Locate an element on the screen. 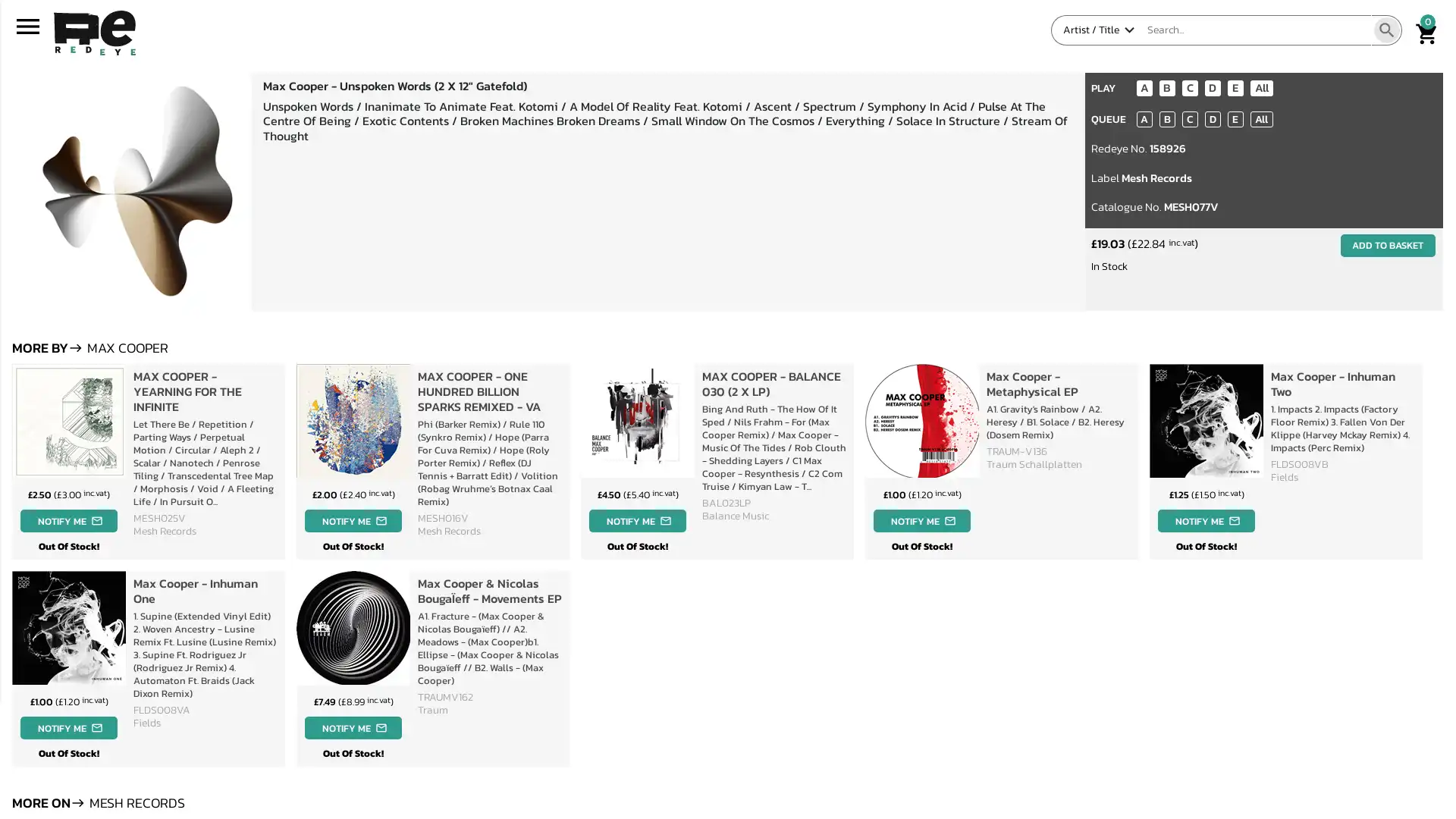 This screenshot has height=819, width=1456. NOTIFY ME mail_outline is located at coordinates (352, 519).